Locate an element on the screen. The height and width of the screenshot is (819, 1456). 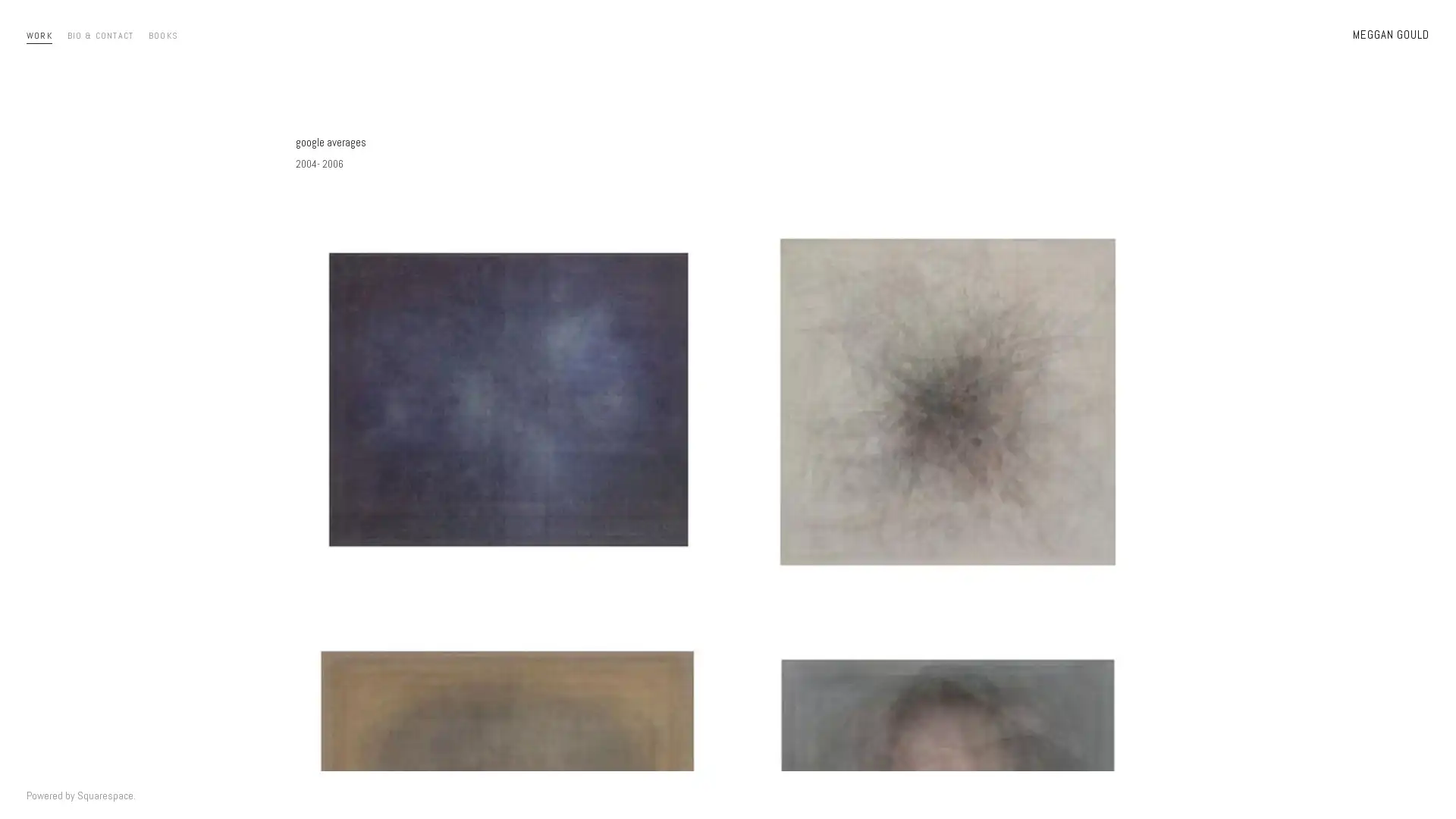
View fullsize black_widow_spider_average.jpg is located at coordinates (946, 400).